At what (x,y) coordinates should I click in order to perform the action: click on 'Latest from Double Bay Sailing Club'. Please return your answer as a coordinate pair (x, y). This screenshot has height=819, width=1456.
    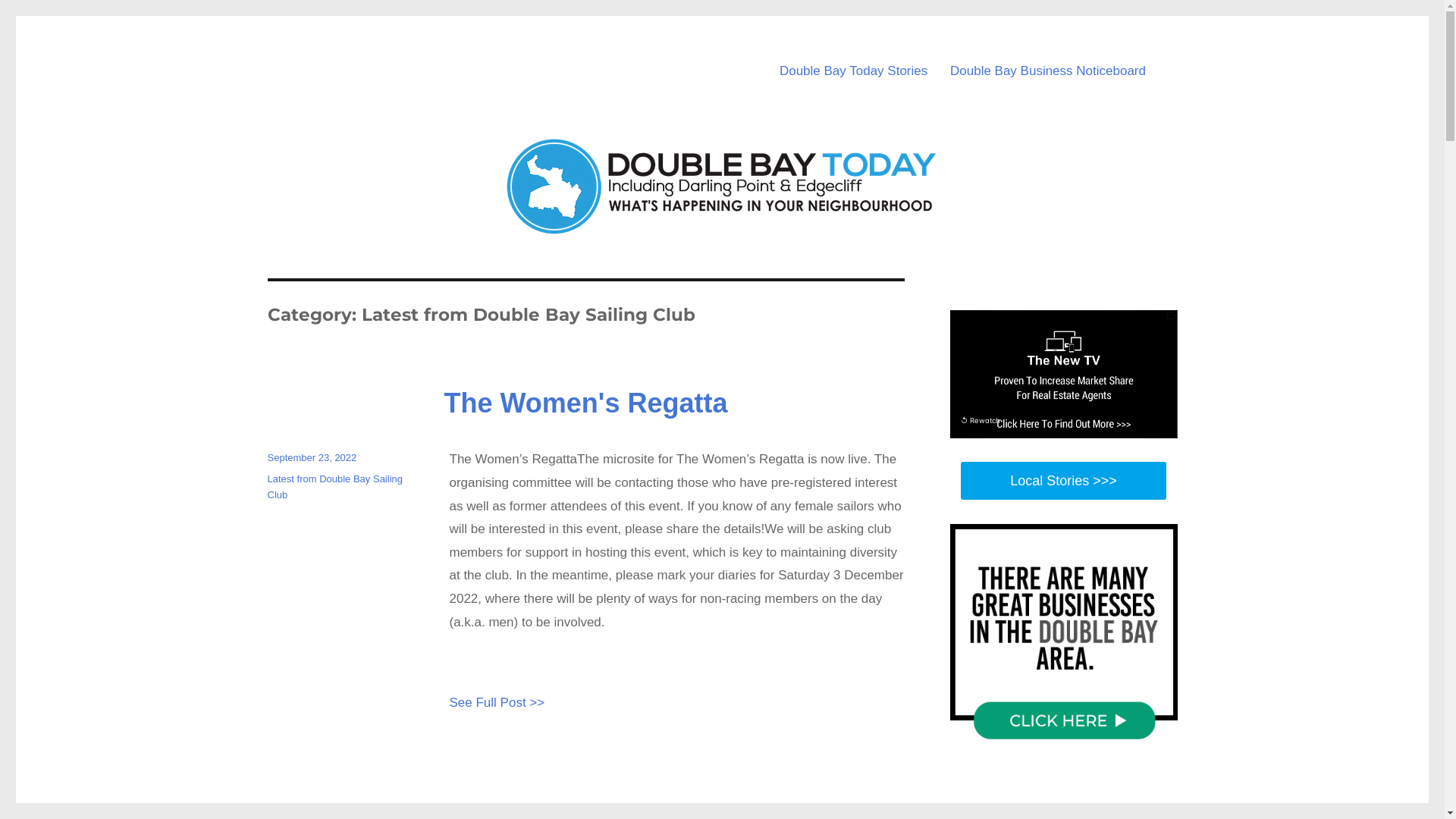
    Looking at the image, I should click on (334, 486).